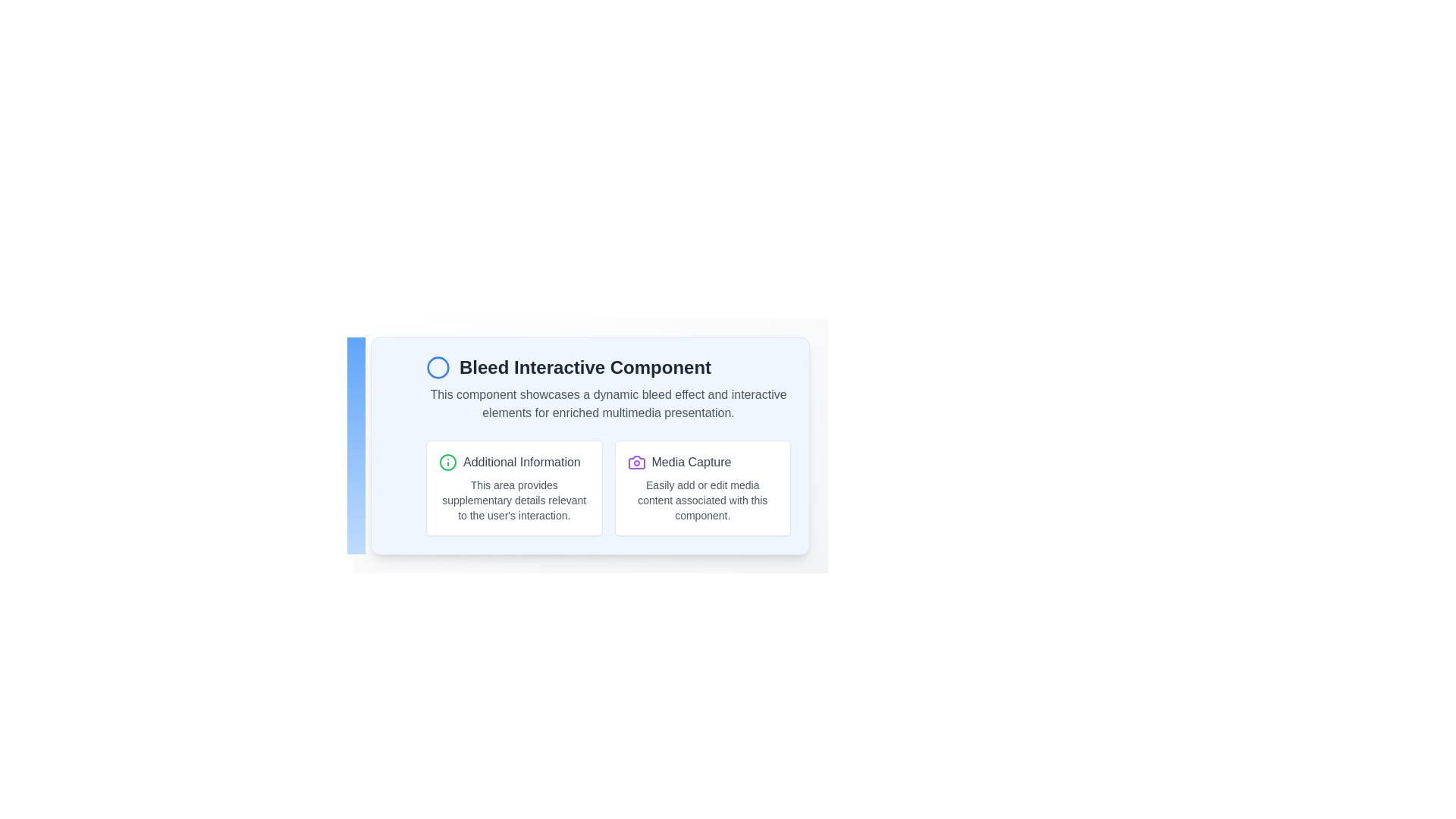 This screenshot has width=1456, height=819. I want to click on text description located below the title 'Bleed Interactive Component' and above the sections 'Additional Information' and 'Media Capture', so click(608, 403).